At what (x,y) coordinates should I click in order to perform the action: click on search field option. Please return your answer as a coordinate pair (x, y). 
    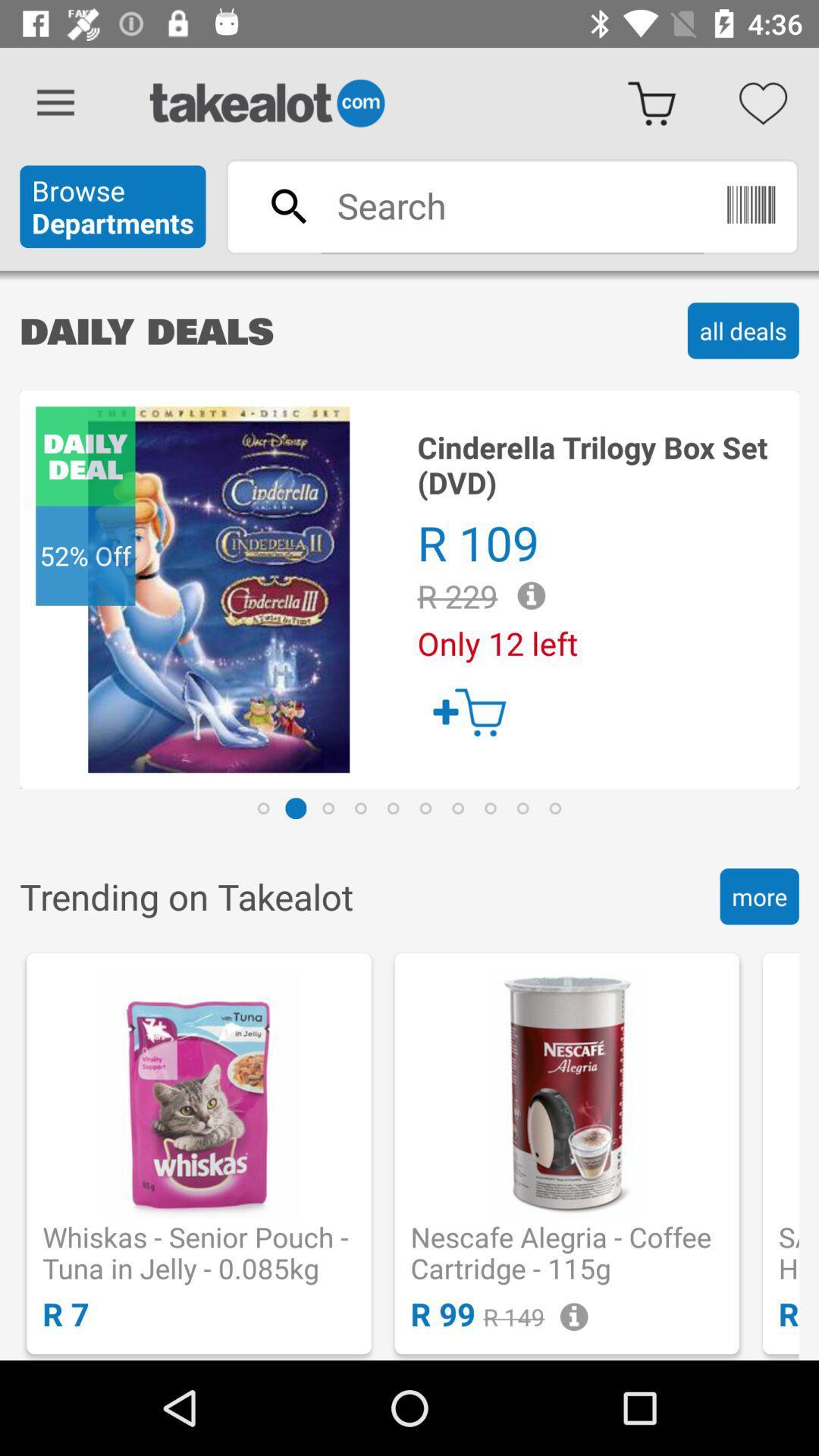
    Looking at the image, I should click on (512, 205).